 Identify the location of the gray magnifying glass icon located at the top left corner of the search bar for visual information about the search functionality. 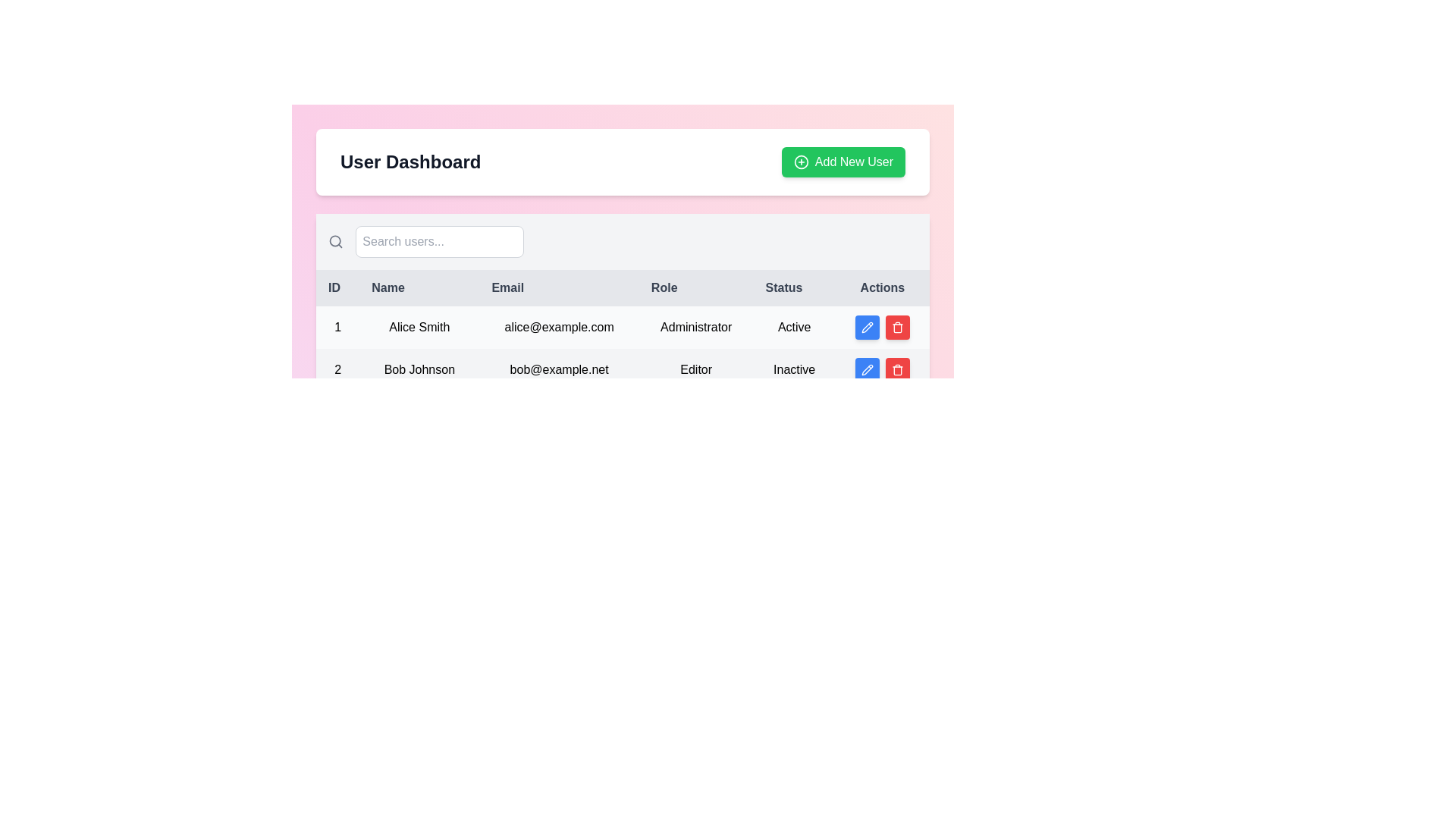
(335, 241).